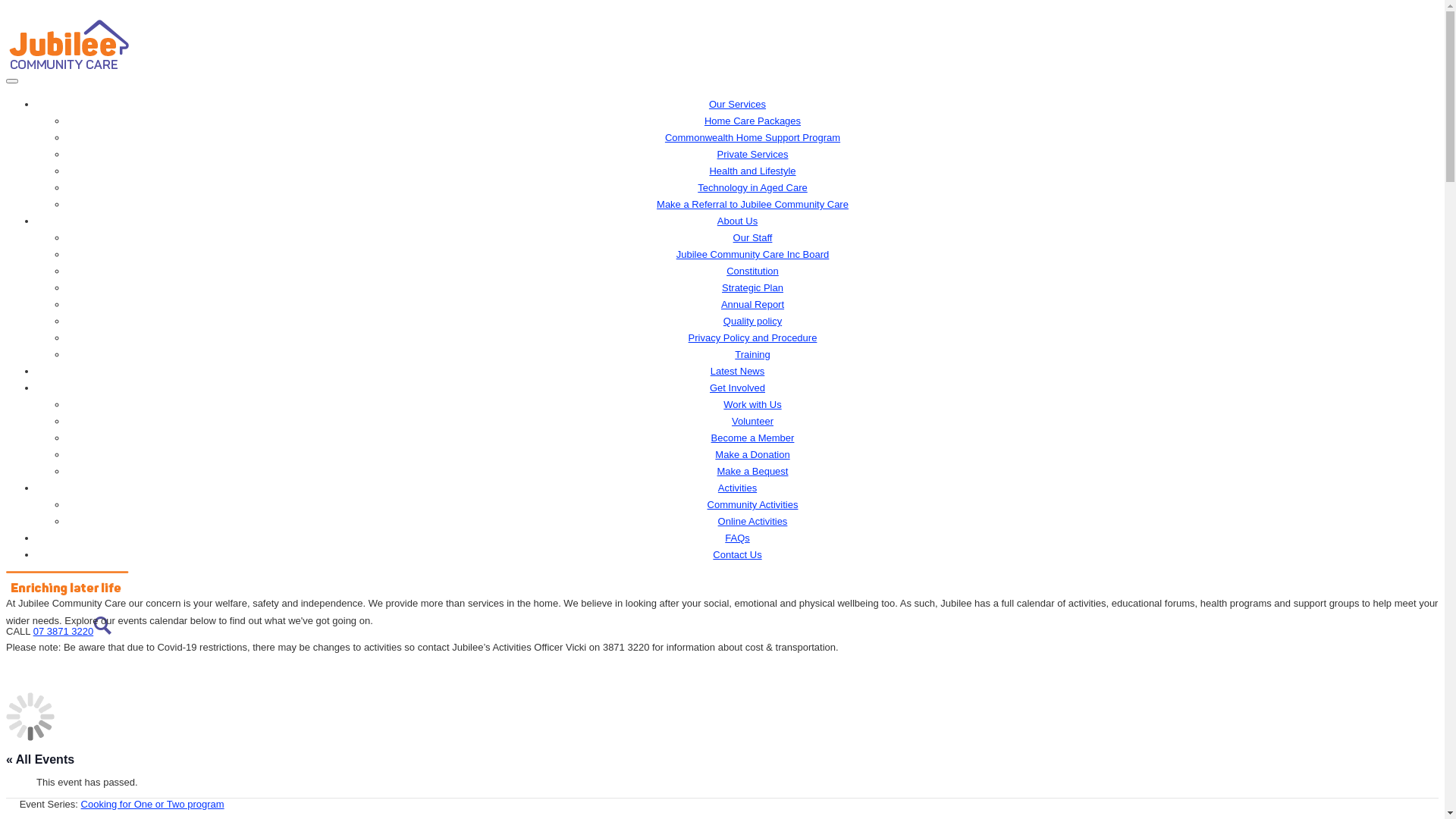 This screenshot has width=1456, height=819. I want to click on 'Cooking for One or Two program', so click(152, 803).